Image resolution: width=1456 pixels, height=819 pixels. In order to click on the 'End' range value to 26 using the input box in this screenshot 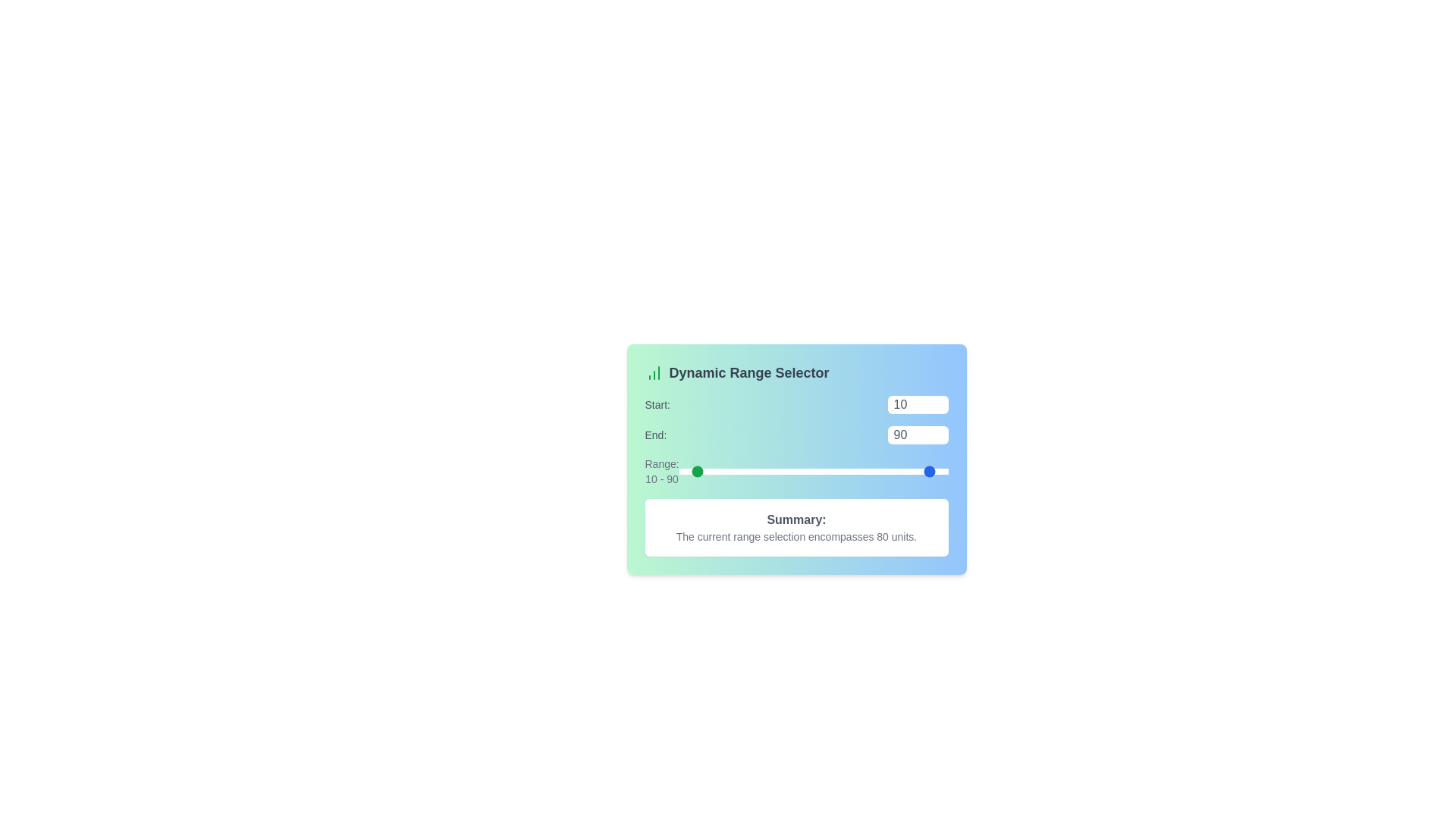, I will do `click(917, 435)`.